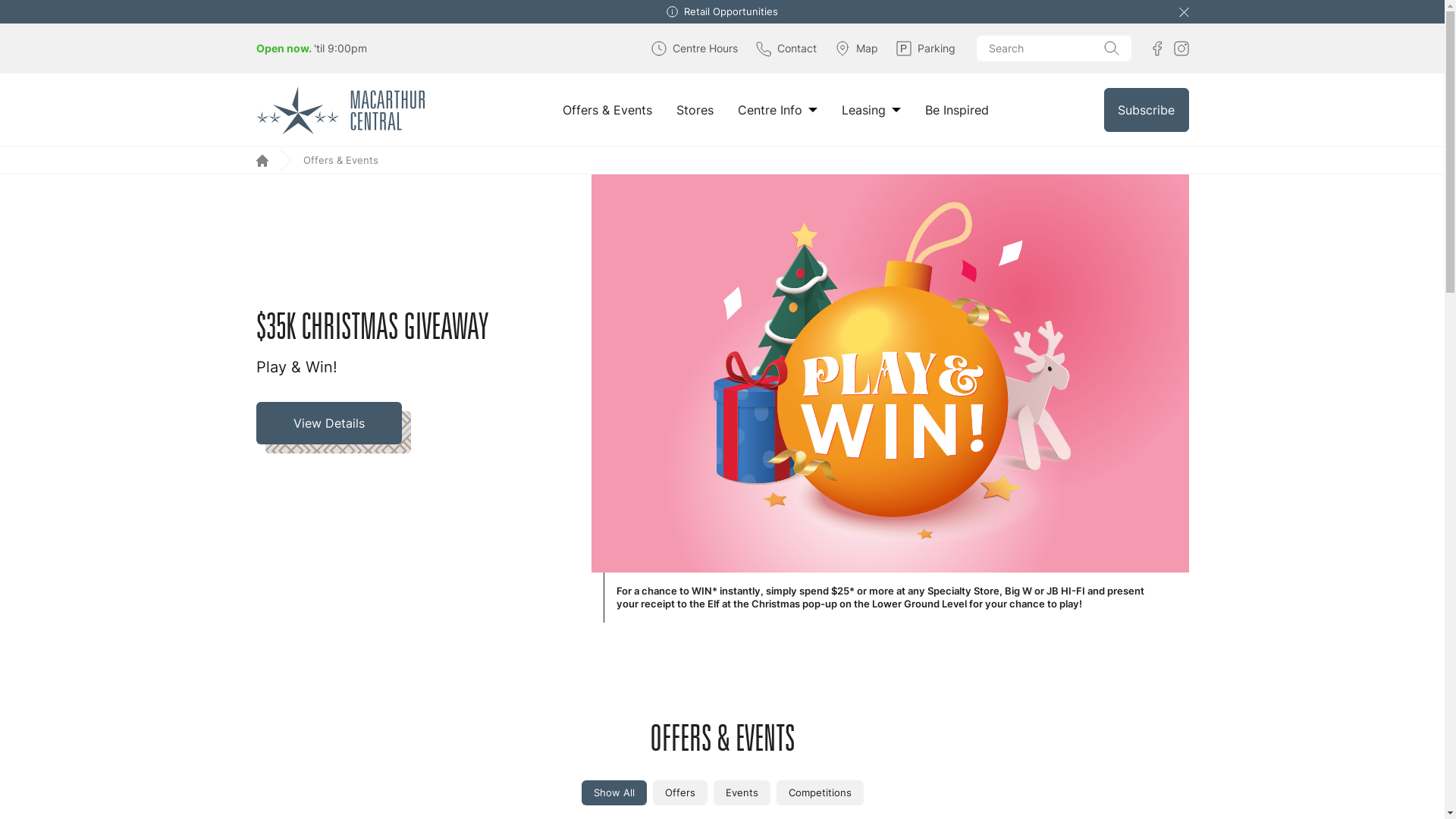 The height and width of the screenshot is (819, 1456). Describe the element at coordinates (333, 427) in the screenshot. I see `'View Details'` at that location.